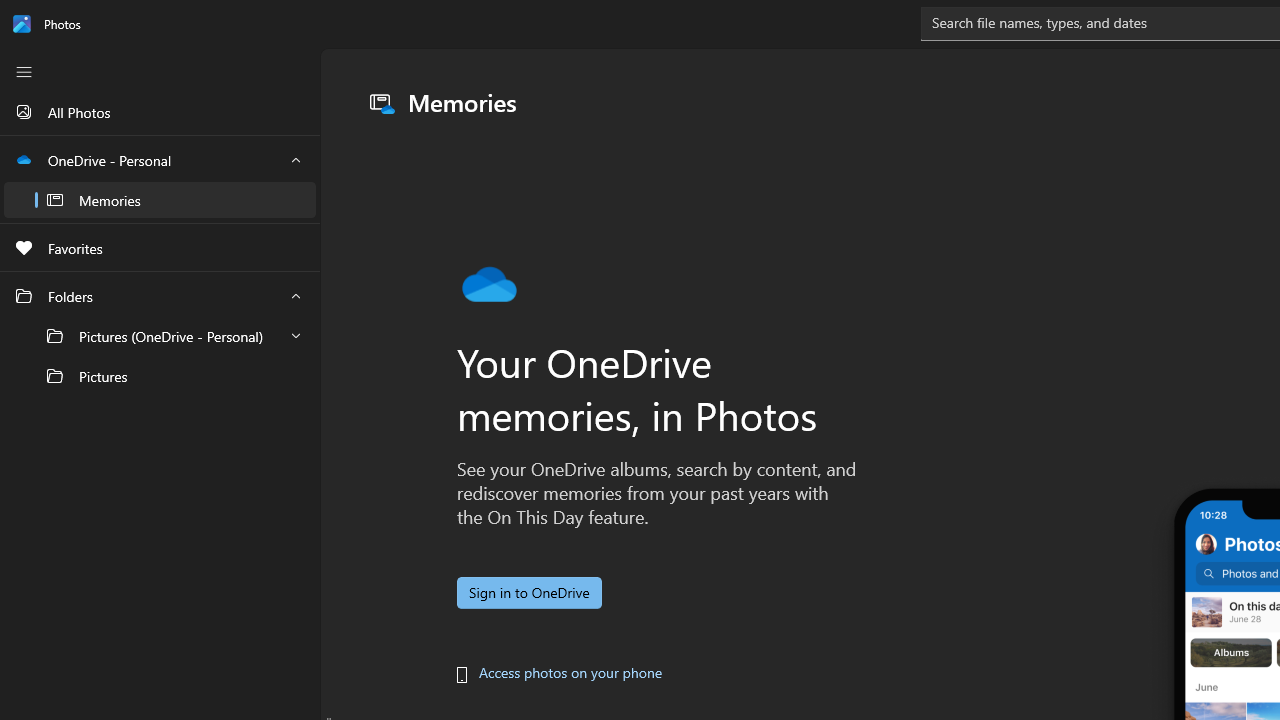 The height and width of the screenshot is (720, 1280). Describe the element at coordinates (160, 112) in the screenshot. I see `'All Photos'` at that location.